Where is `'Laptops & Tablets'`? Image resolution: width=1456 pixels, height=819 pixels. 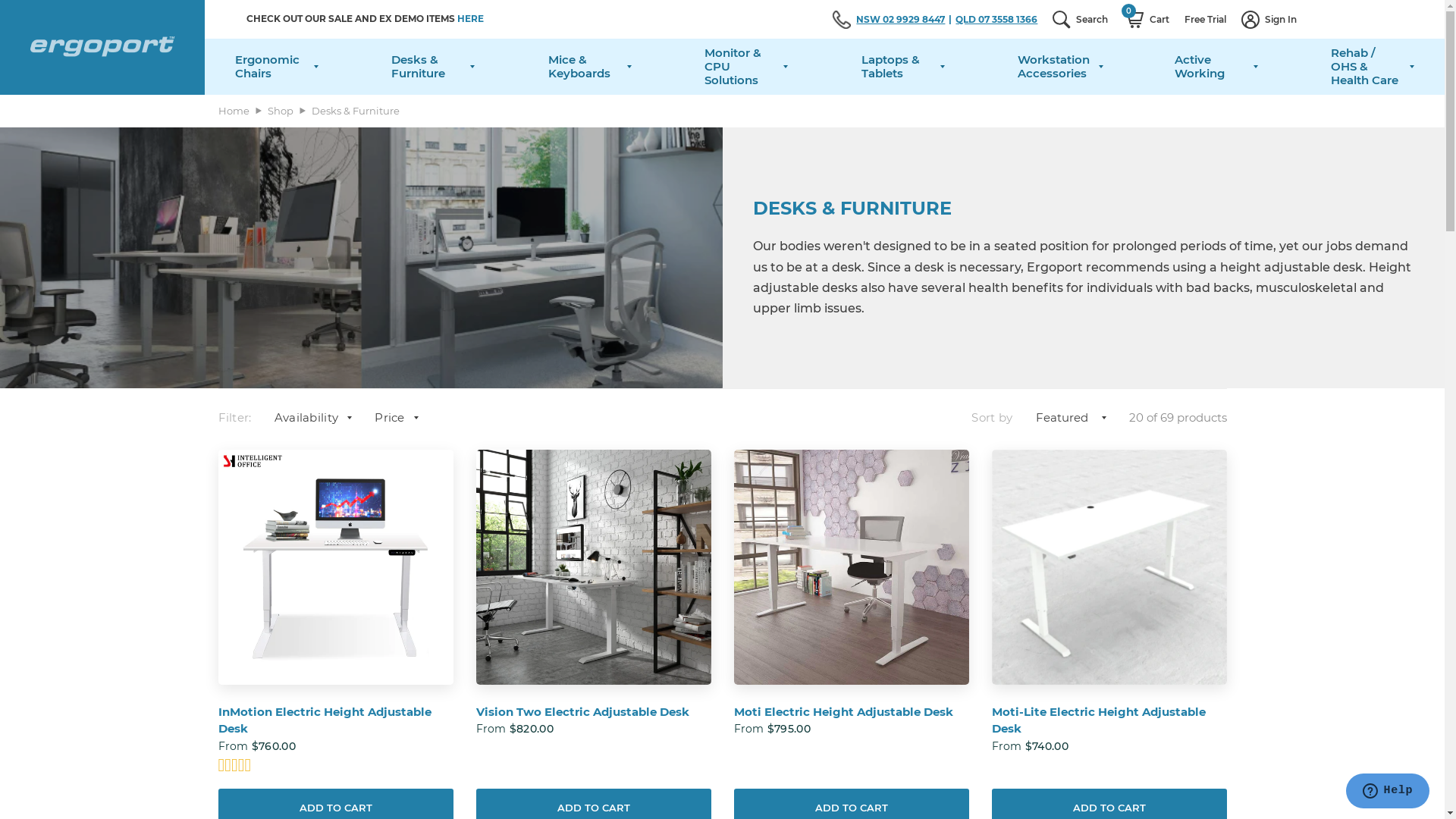 'Laptops & Tablets' is located at coordinates (902, 66).